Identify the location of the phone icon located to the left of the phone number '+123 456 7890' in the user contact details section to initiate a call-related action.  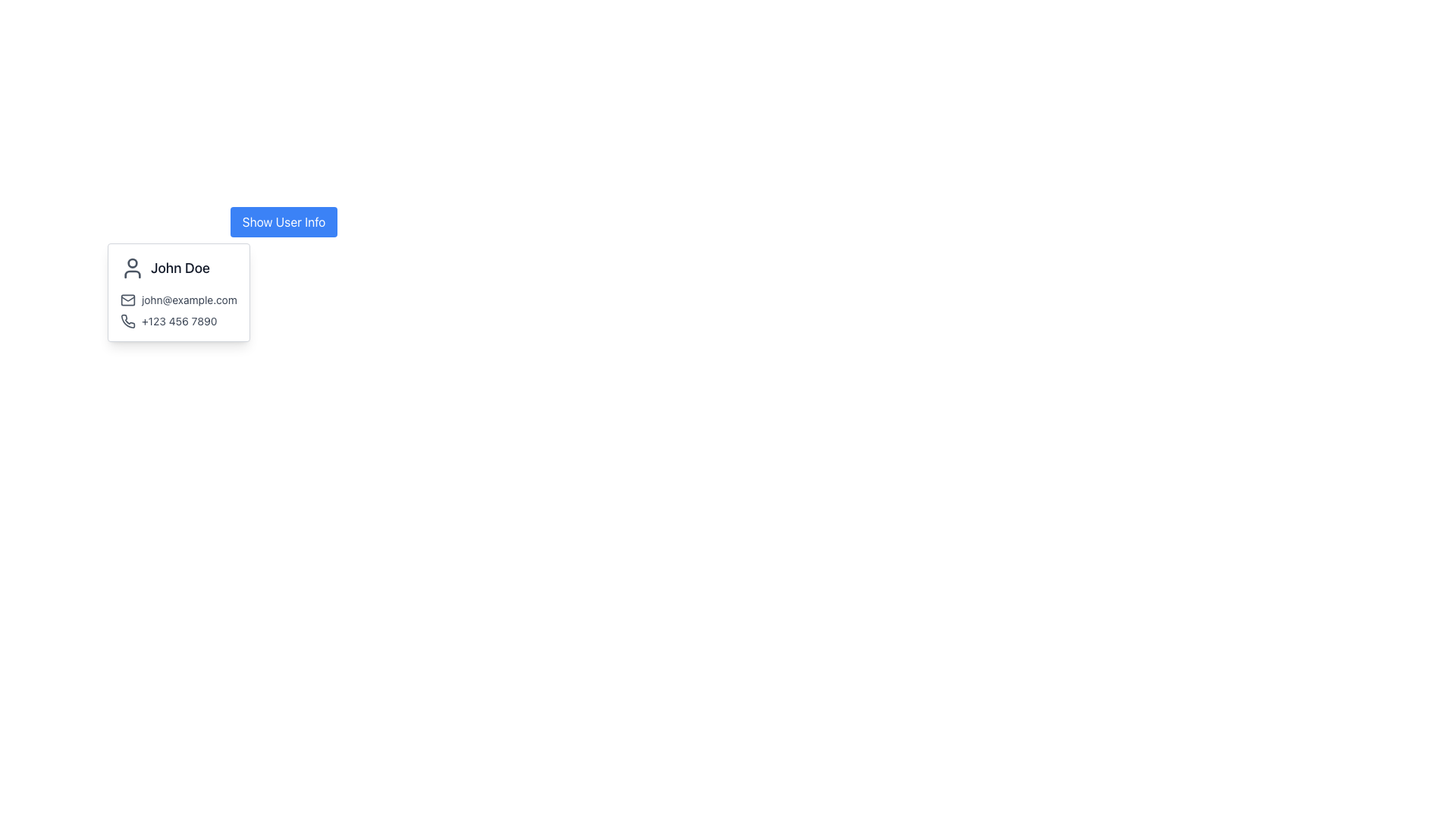
(127, 321).